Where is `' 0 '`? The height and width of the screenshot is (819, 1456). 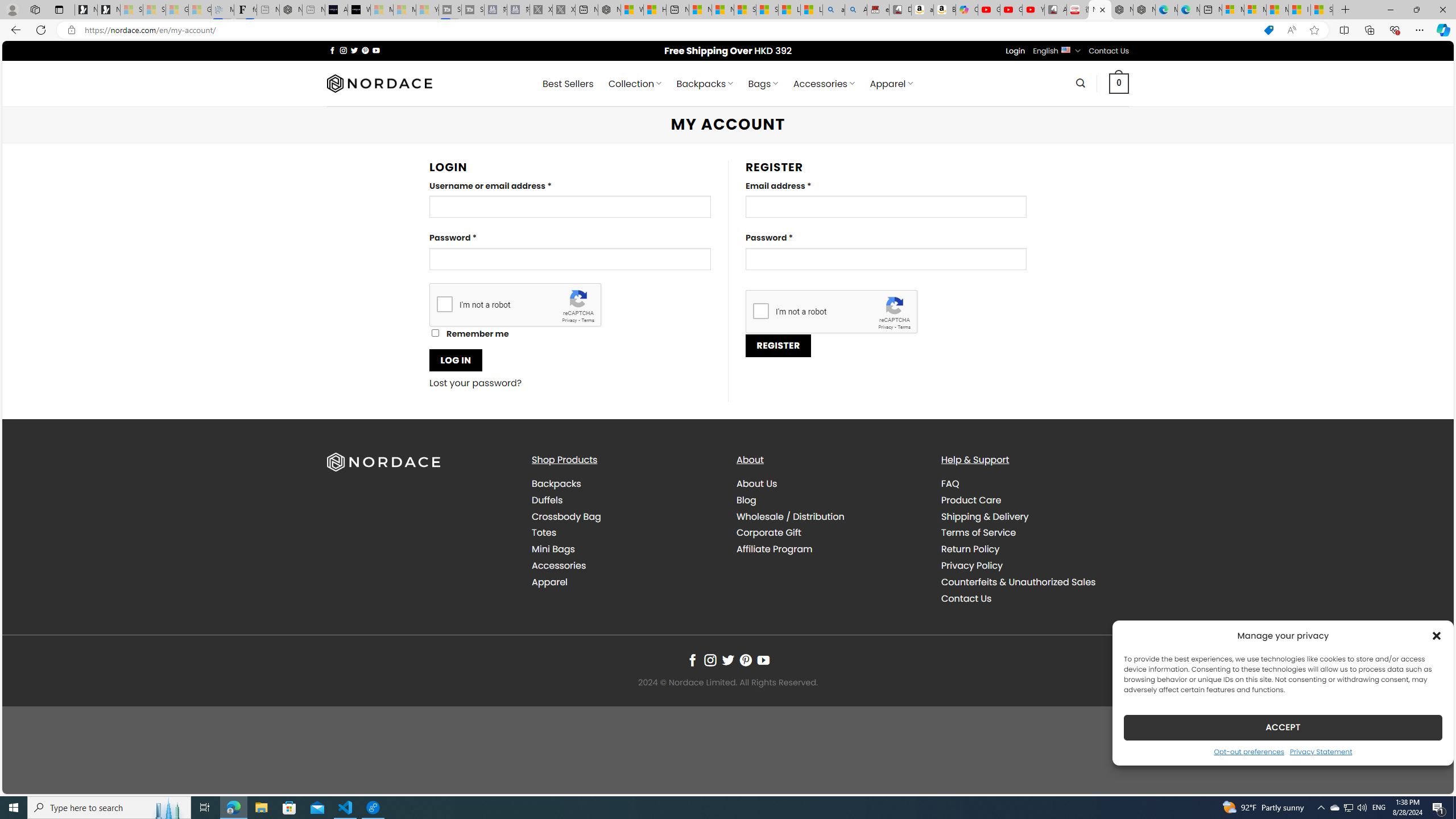
' 0 ' is located at coordinates (1118, 82).